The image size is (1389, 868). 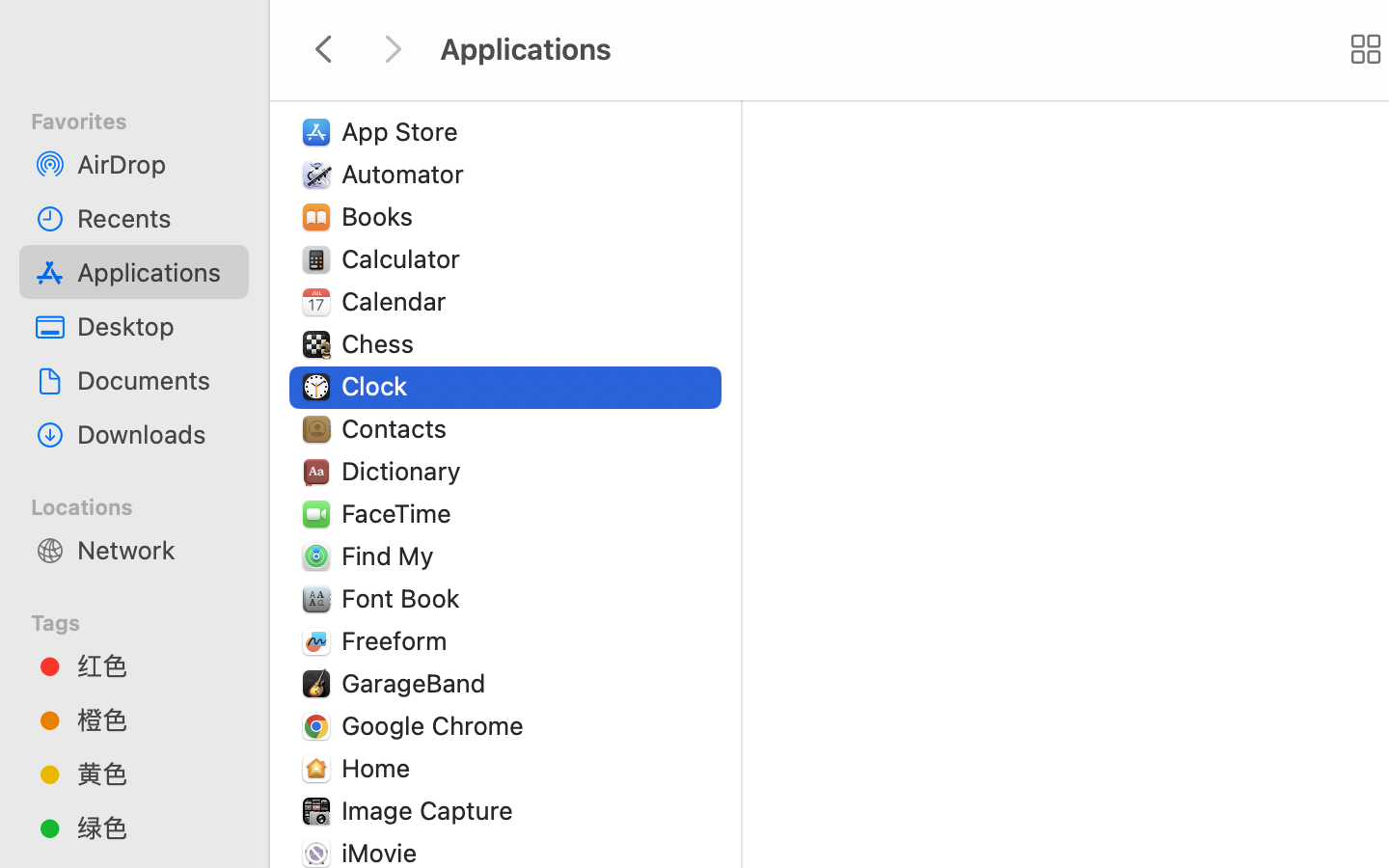 What do you see at coordinates (404, 469) in the screenshot?
I see `'Dictionary'` at bounding box center [404, 469].